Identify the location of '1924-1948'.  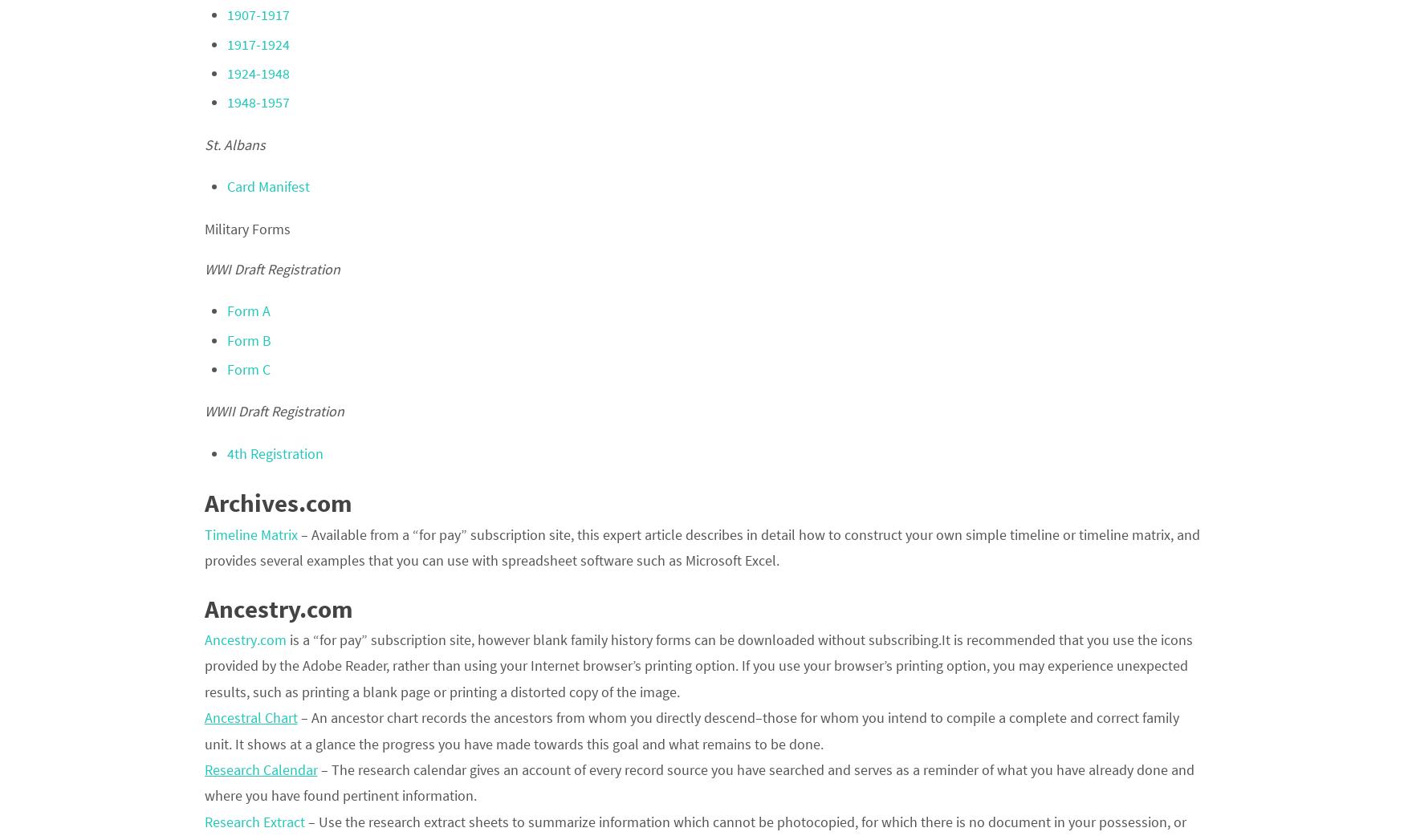
(257, 72).